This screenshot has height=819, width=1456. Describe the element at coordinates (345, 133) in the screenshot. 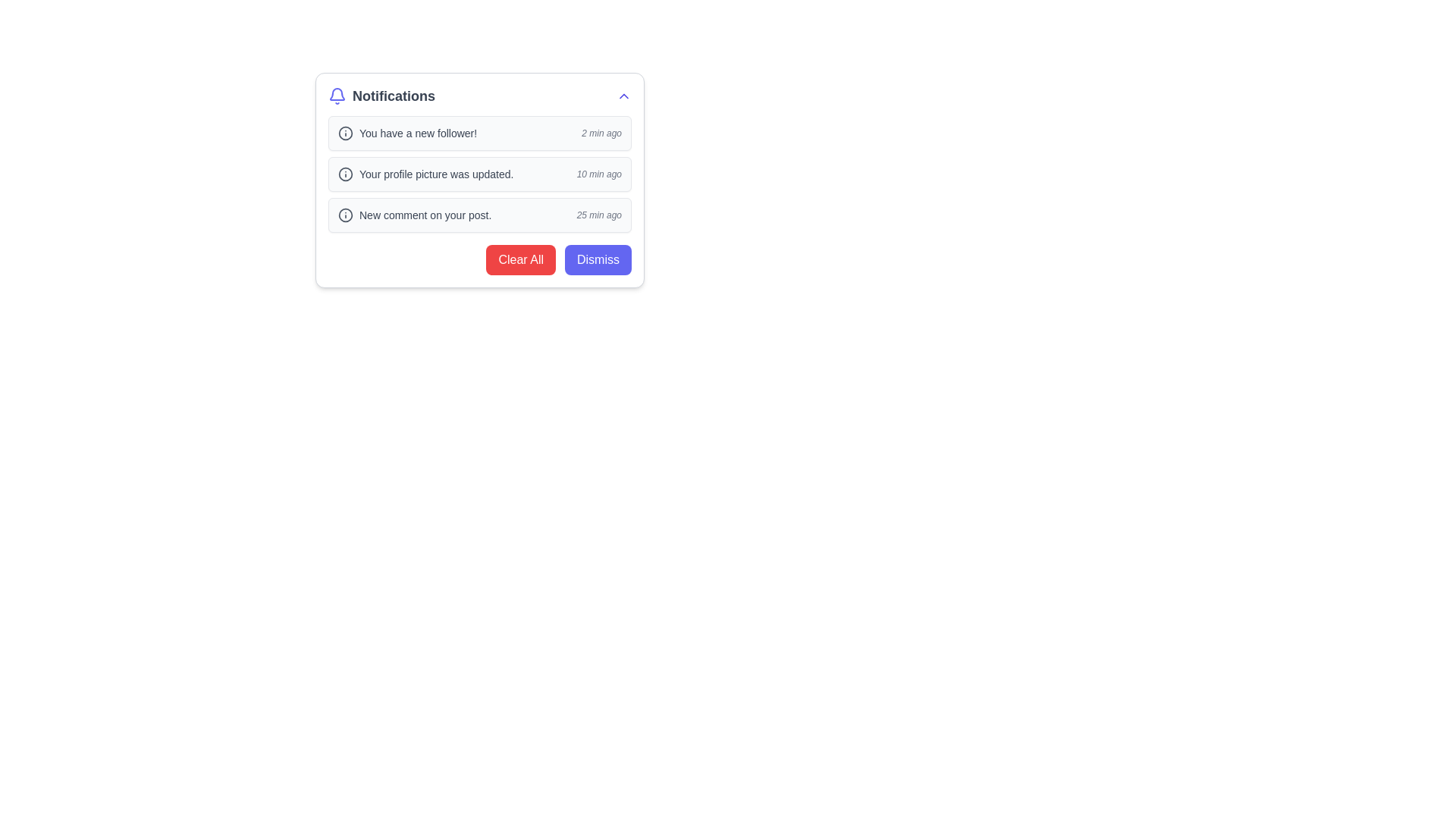

I see `the circular icon containing the letter 'i' in gray color, located to the left of the text 'You have a new follower!' in the first notification item under the 'Notifications' header` at that location.